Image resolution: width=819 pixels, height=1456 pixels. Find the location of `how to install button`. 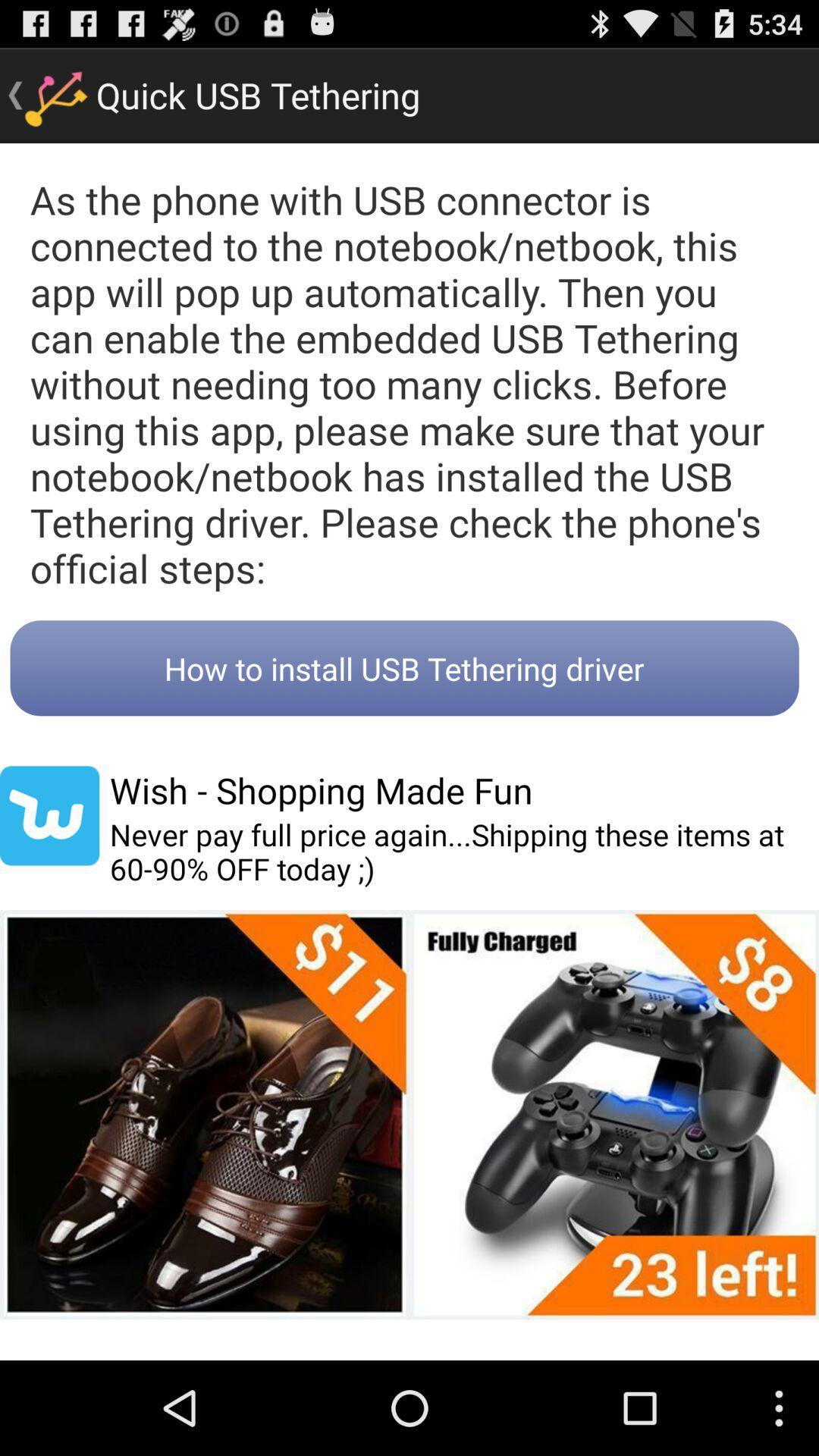

how to install button is located at coordinates (403, 667).